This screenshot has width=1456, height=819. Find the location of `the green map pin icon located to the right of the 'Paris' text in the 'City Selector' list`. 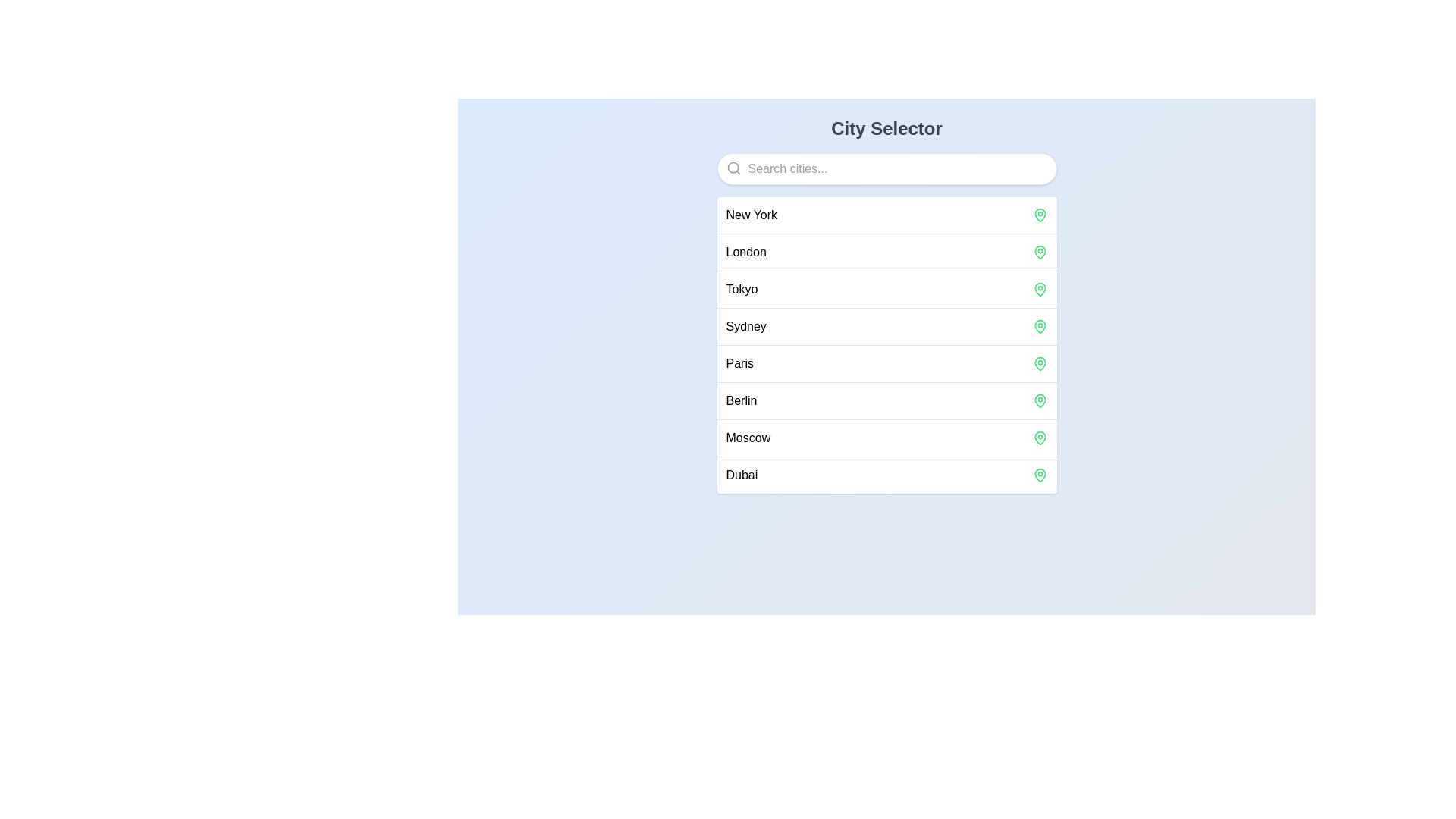

the green map pin icon located to the right of the 'Paris' text in the 'City Selector' list is located at coordinates (1039, 363).